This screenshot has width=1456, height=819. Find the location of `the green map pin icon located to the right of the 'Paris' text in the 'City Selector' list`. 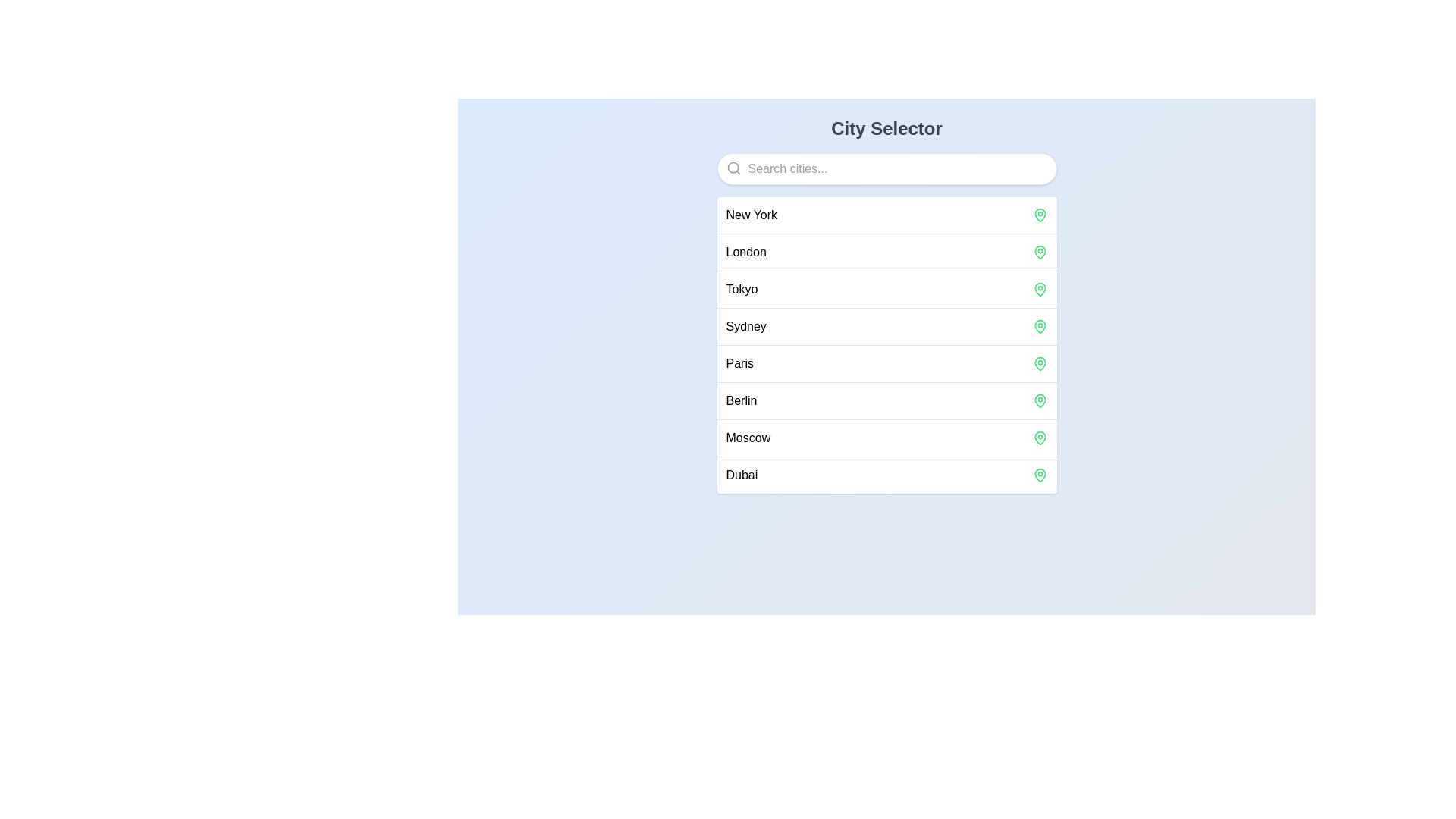

the green map pin icon located to the right of the 'Paris' text in the 'City Selector' list is located at coordinates (1039, 363).